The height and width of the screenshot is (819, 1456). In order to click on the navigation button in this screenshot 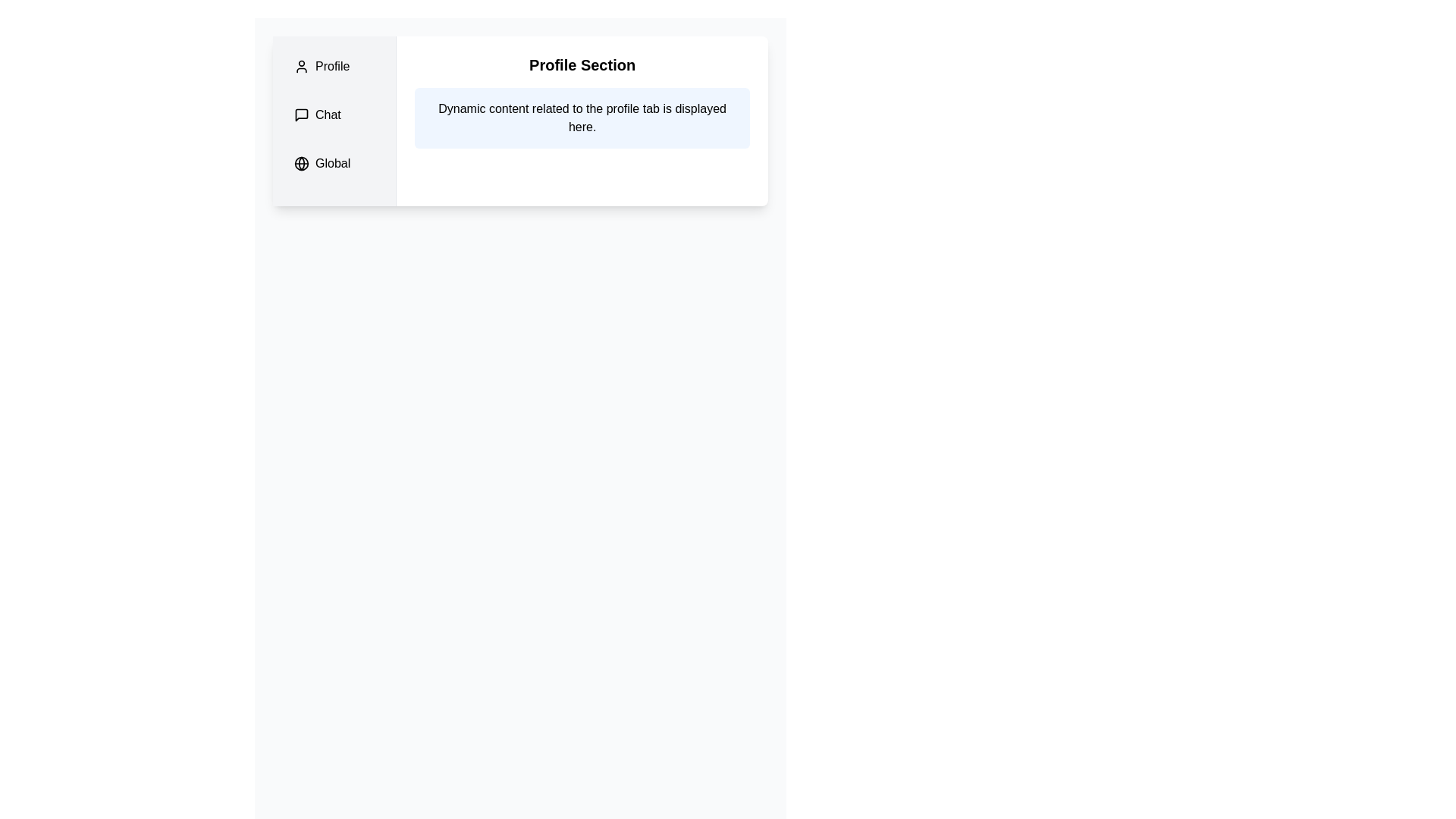, I will do `click(334, 114)`.